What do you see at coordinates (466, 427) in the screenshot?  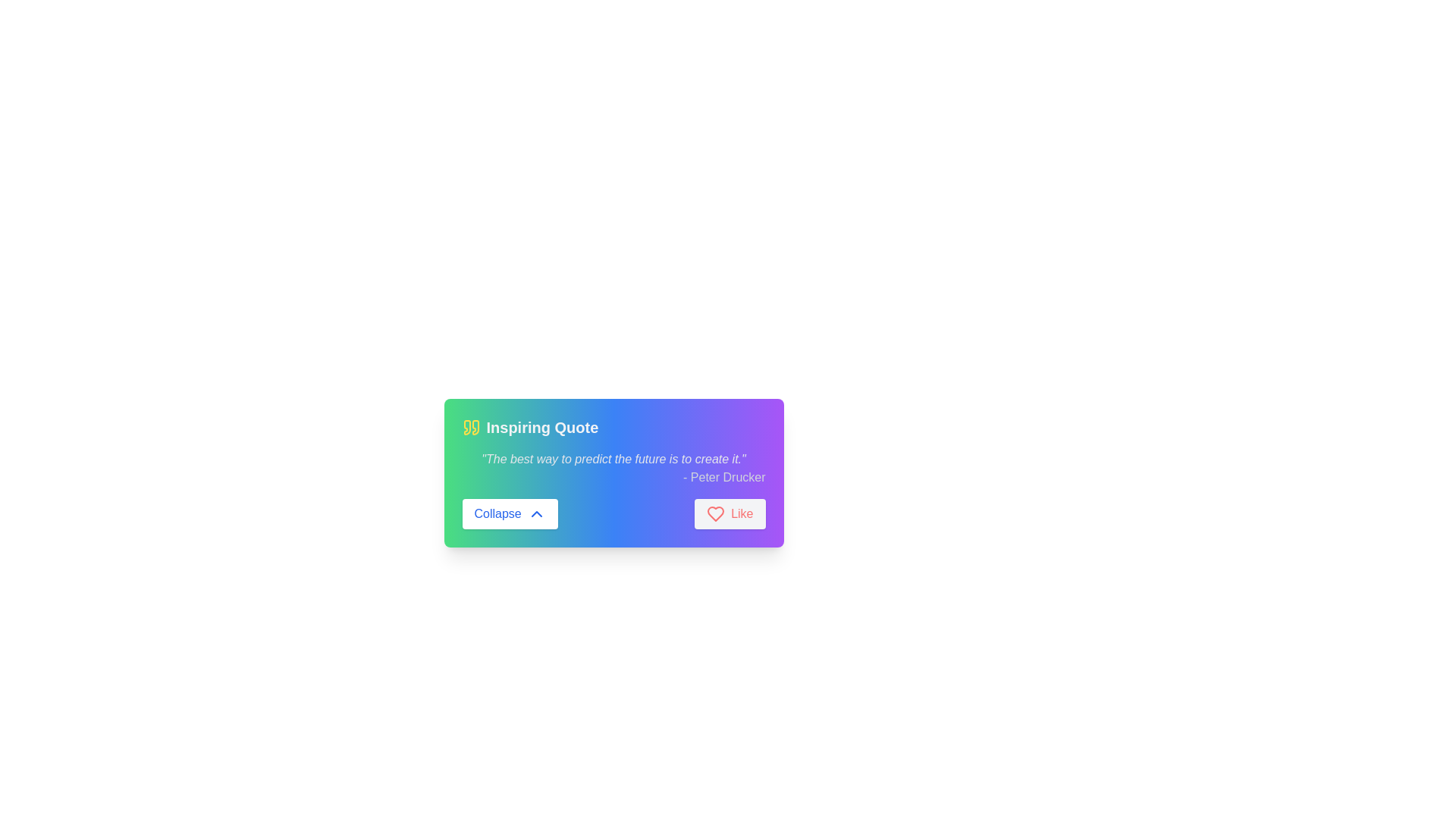 I see `the left quotation mark decorative SVG element, which is styled with a yellowish hue and located at the top-left corner of the gradient-colored card` at bounding box center [466, 427].